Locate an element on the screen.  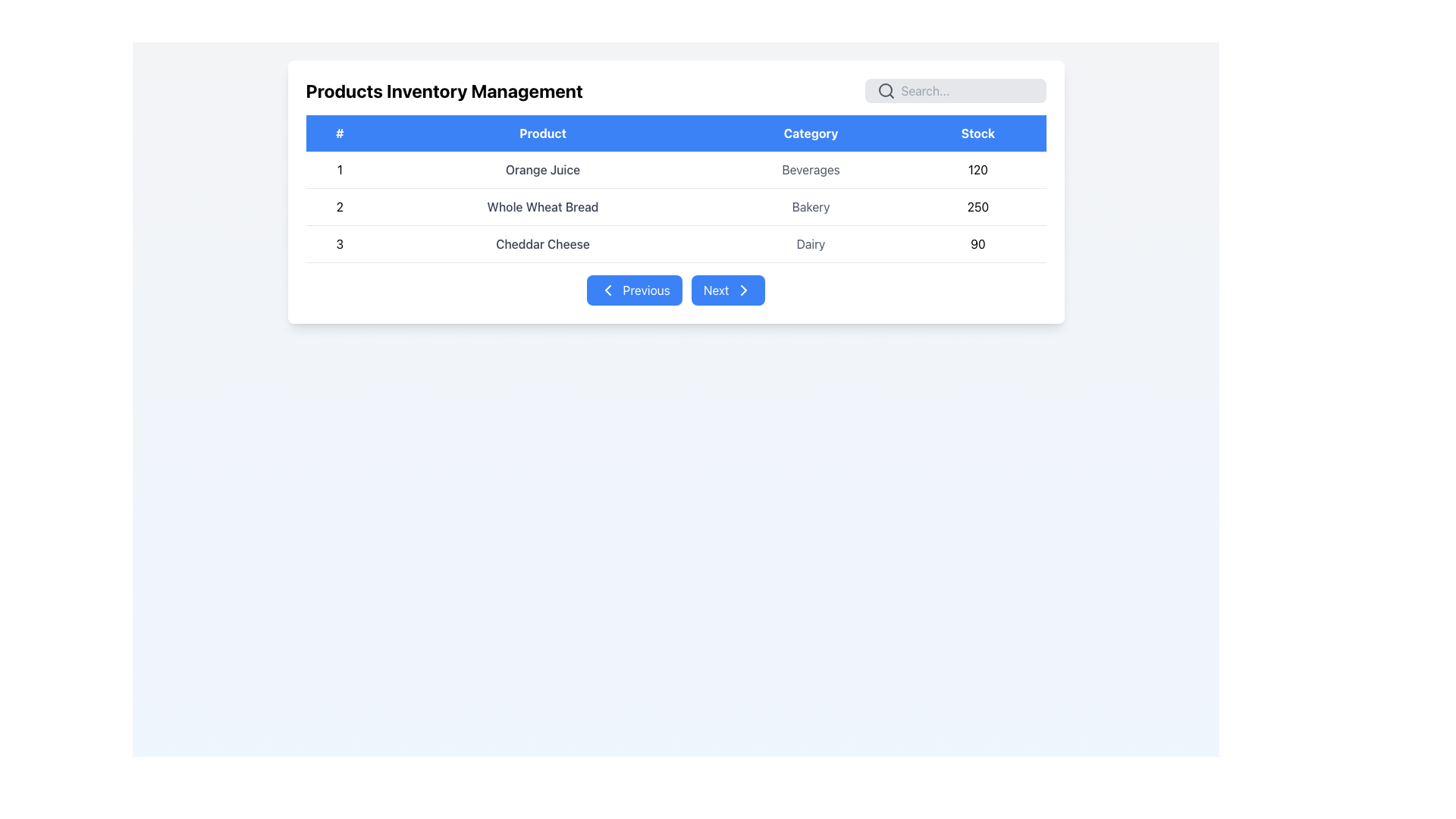
the text label displaying the number '2' in bold font, located in the first cell of the second row under the '#' column of the table for 'Whole Wheat Bread' is located at coordinates (339, 207).